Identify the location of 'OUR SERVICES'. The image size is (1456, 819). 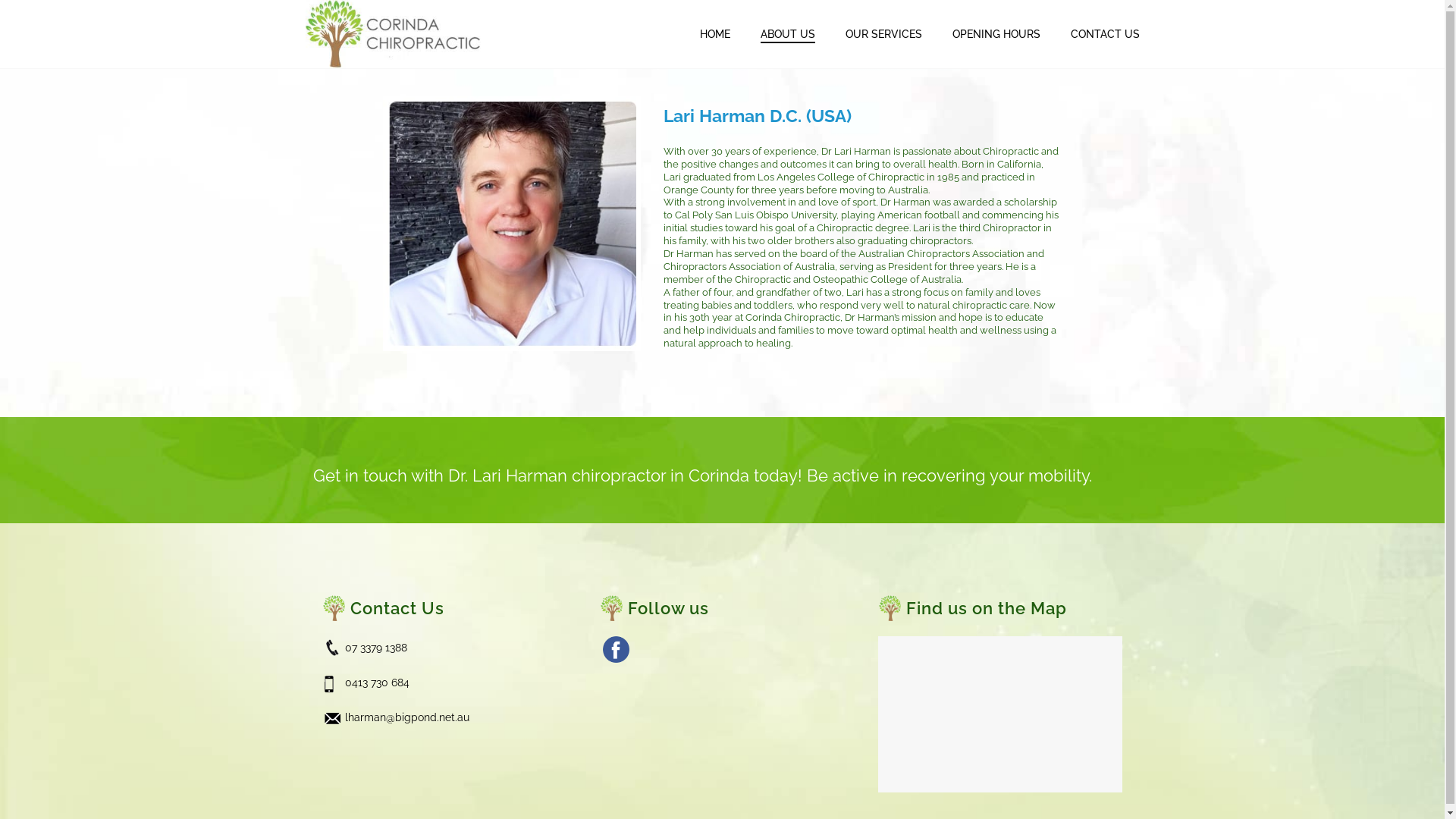
(883, 34).